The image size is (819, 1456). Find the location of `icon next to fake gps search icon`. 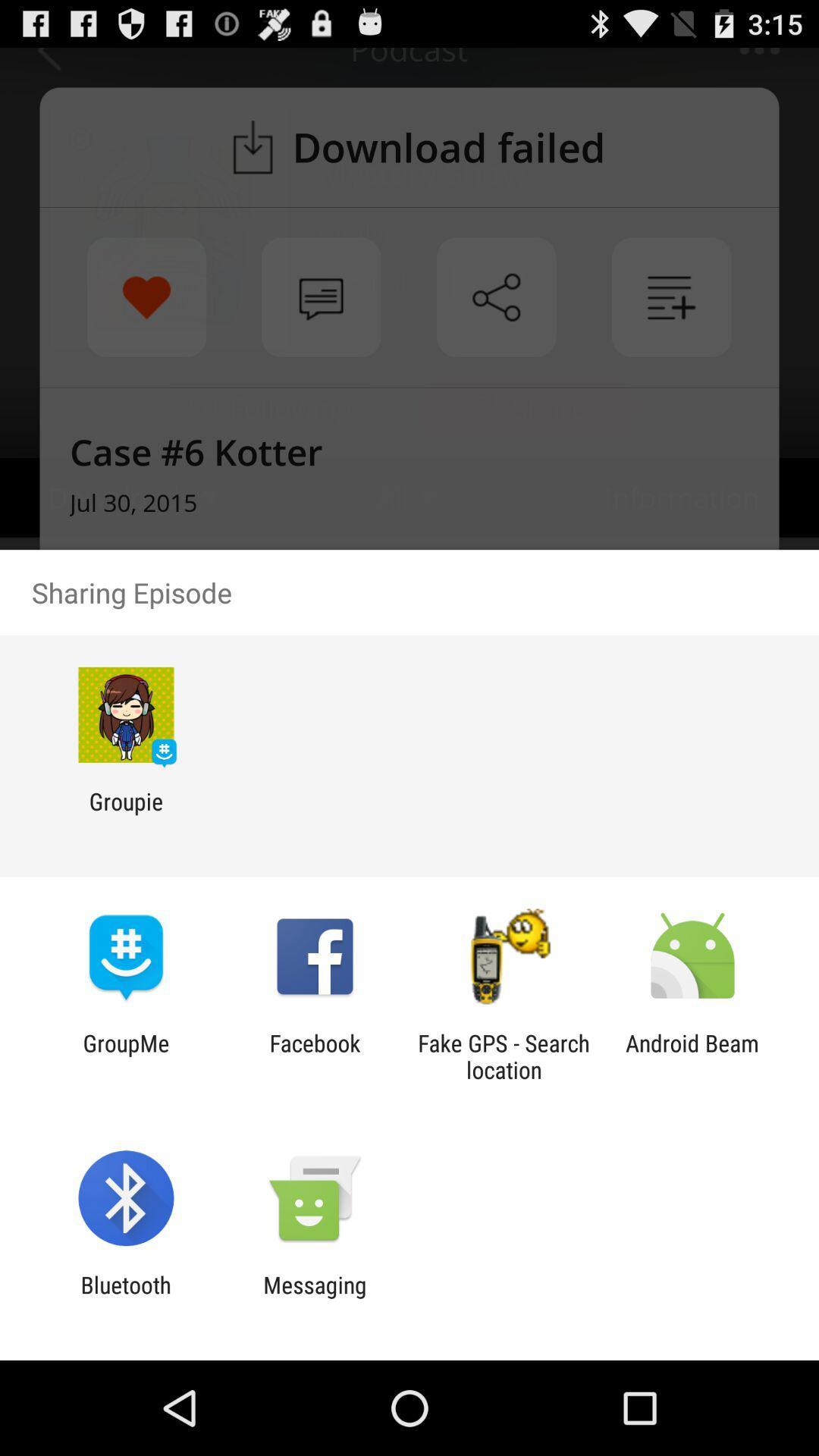

icon next to fake gps search icon is located at coordinates (314, 1056).